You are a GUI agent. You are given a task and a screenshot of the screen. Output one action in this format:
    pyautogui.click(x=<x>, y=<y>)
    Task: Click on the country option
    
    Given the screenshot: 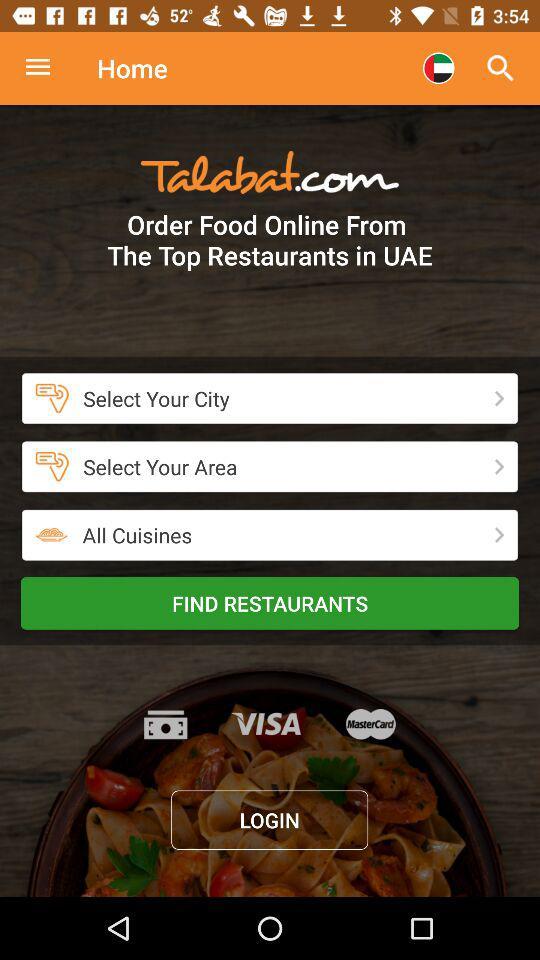 What is the action you would take?
    pyautogui.click(x=437, y=68)
    